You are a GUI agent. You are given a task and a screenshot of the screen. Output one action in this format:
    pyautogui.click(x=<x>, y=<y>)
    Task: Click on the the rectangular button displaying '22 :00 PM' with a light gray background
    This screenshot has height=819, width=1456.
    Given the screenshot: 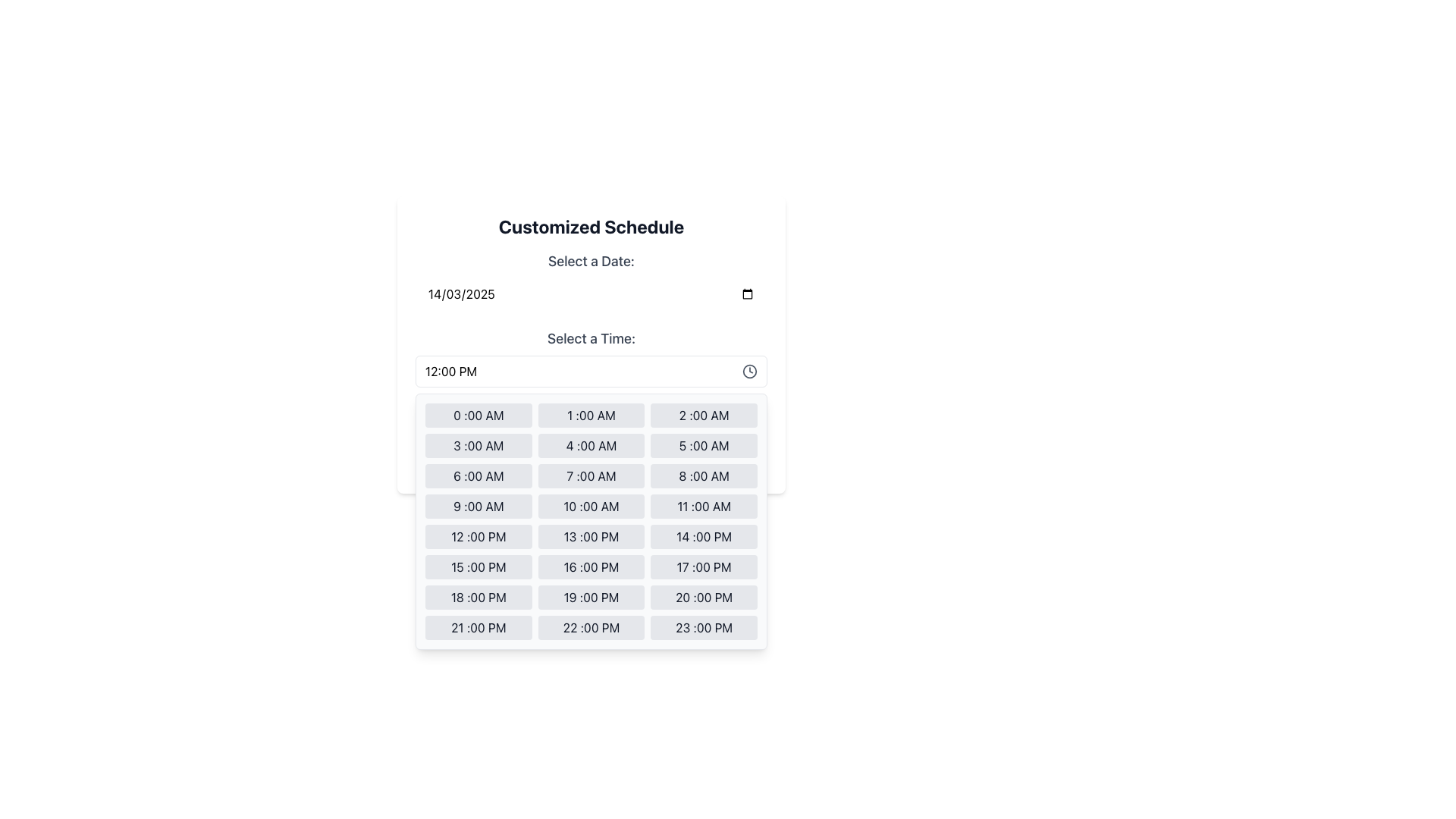 What is the action you would take?
    pyautogui.click(x=590, y=628)
    